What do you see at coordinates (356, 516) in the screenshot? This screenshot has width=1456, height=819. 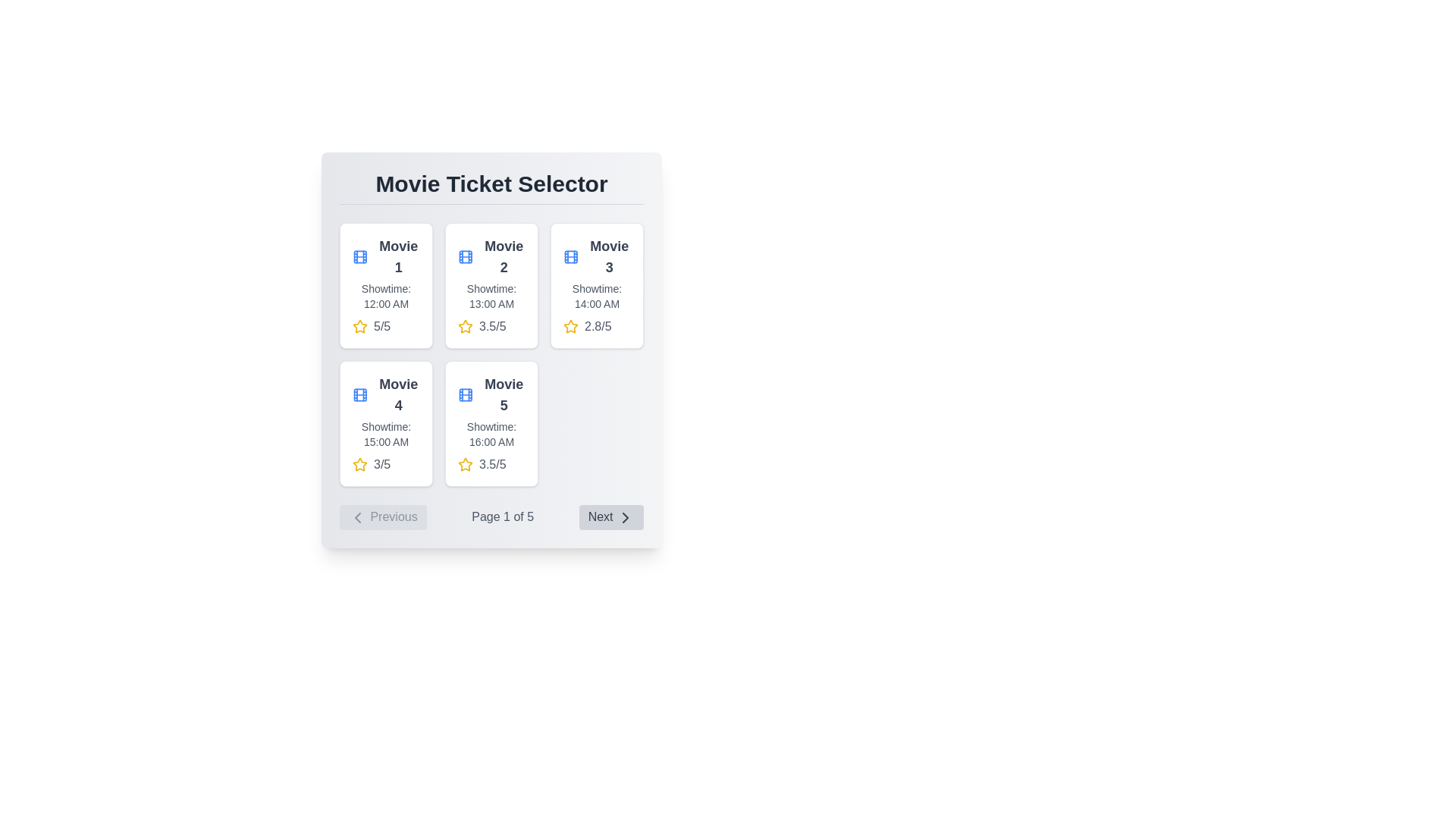 I see `the leftward-pointing chevron icon within the 'Previous' button for accessibility actions` at bounding box center [356, 516].